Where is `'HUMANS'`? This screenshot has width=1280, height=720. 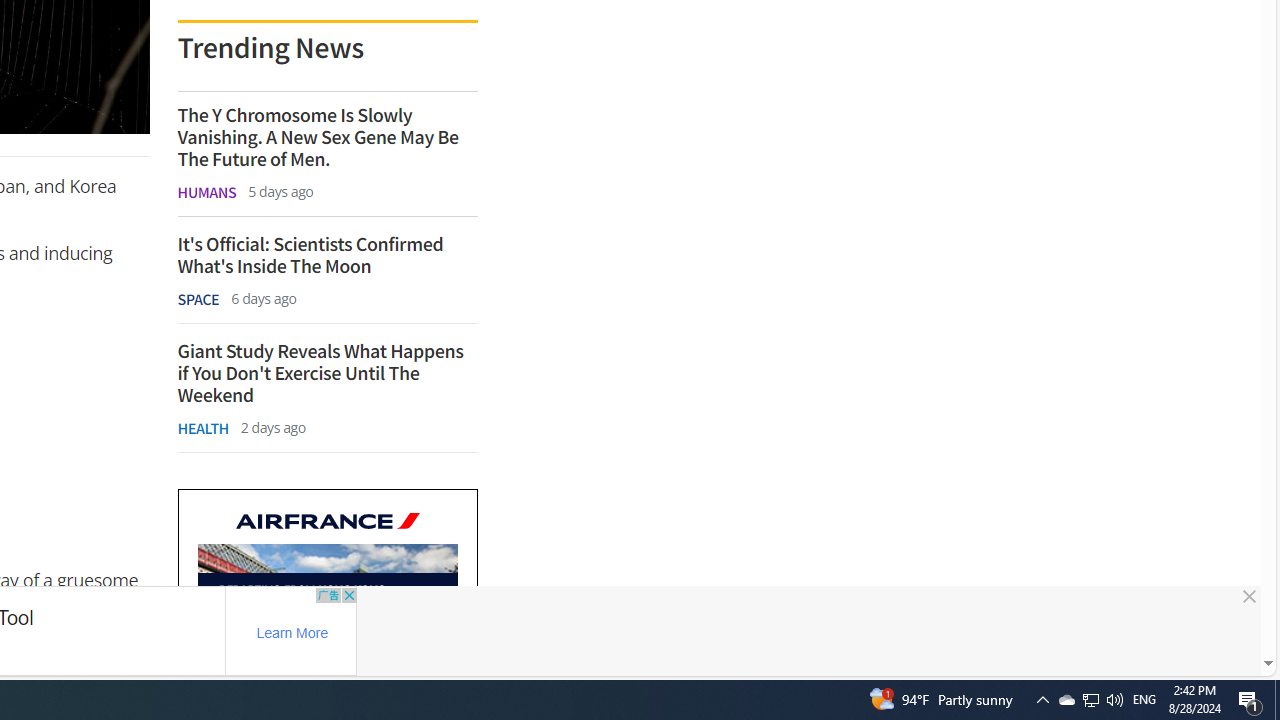
'HUMANS' is located at coordinates (206, 191).